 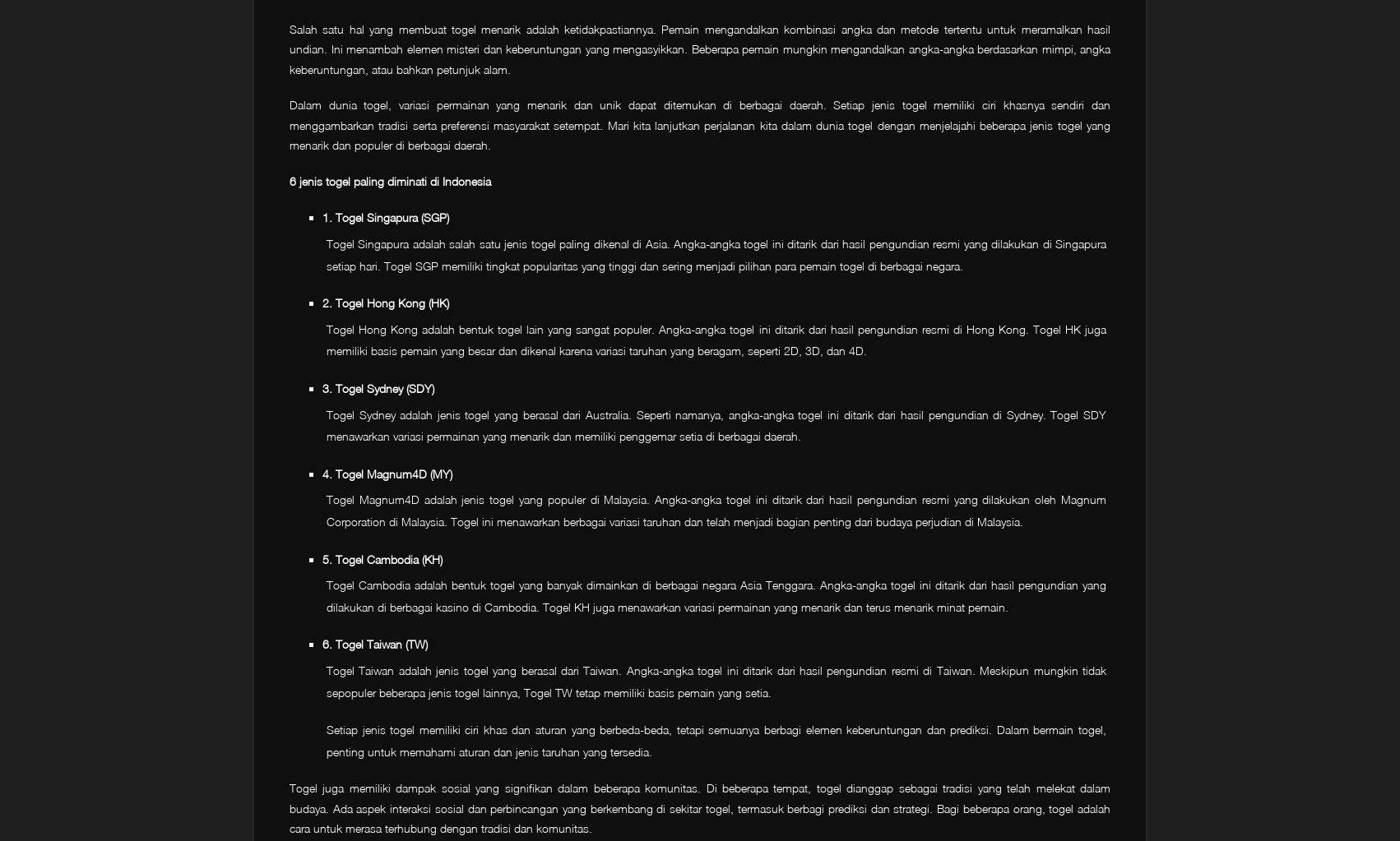 What do you see at coordinates (389, 179) in the screenshot?
I see `'6 jenis togel paling diminati di Indonesia'` at bounding box center [389, 179].